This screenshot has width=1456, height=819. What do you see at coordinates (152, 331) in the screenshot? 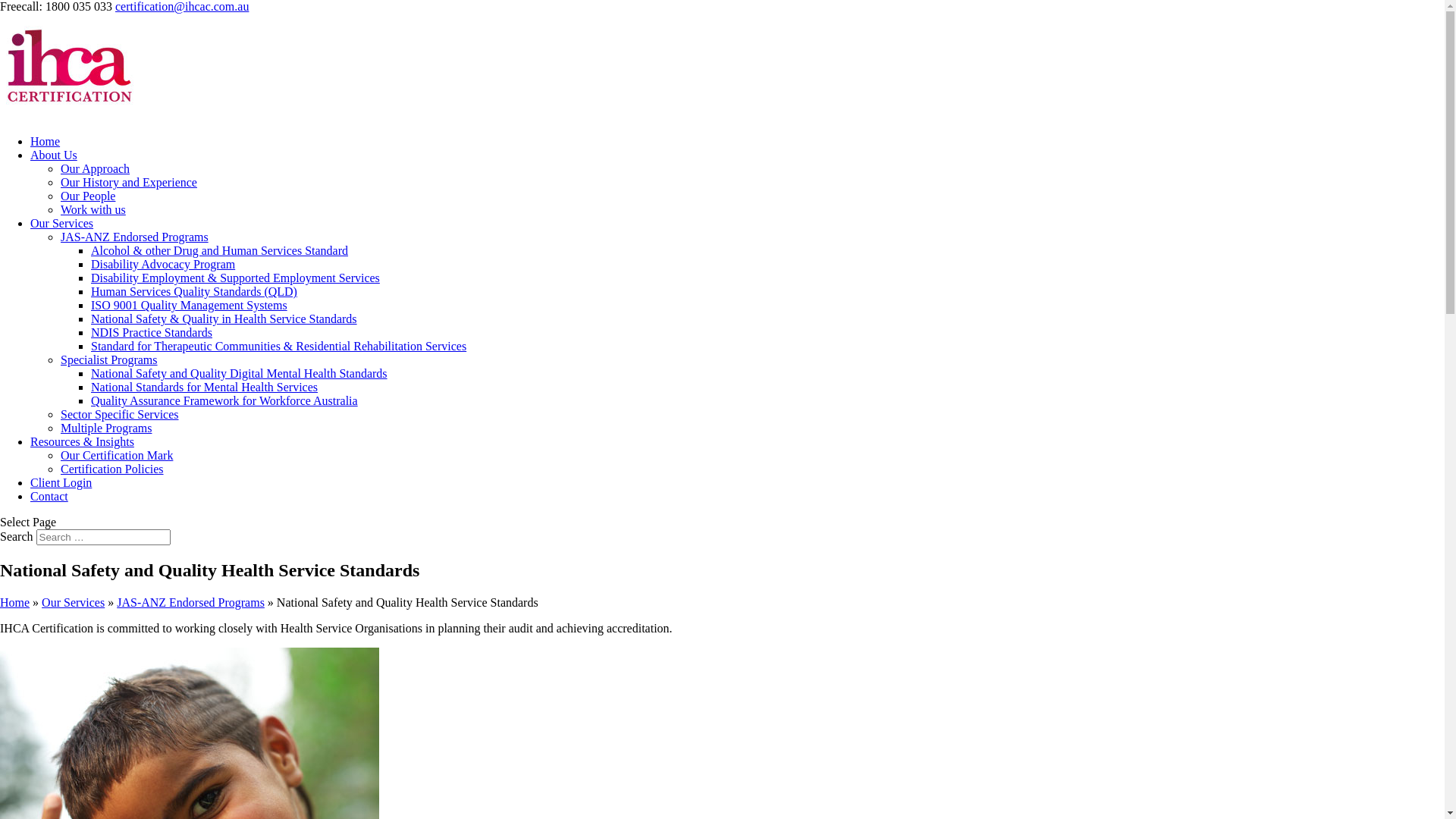
I see `'NDIS Practice Standards'` at bounding box center [152, 331].